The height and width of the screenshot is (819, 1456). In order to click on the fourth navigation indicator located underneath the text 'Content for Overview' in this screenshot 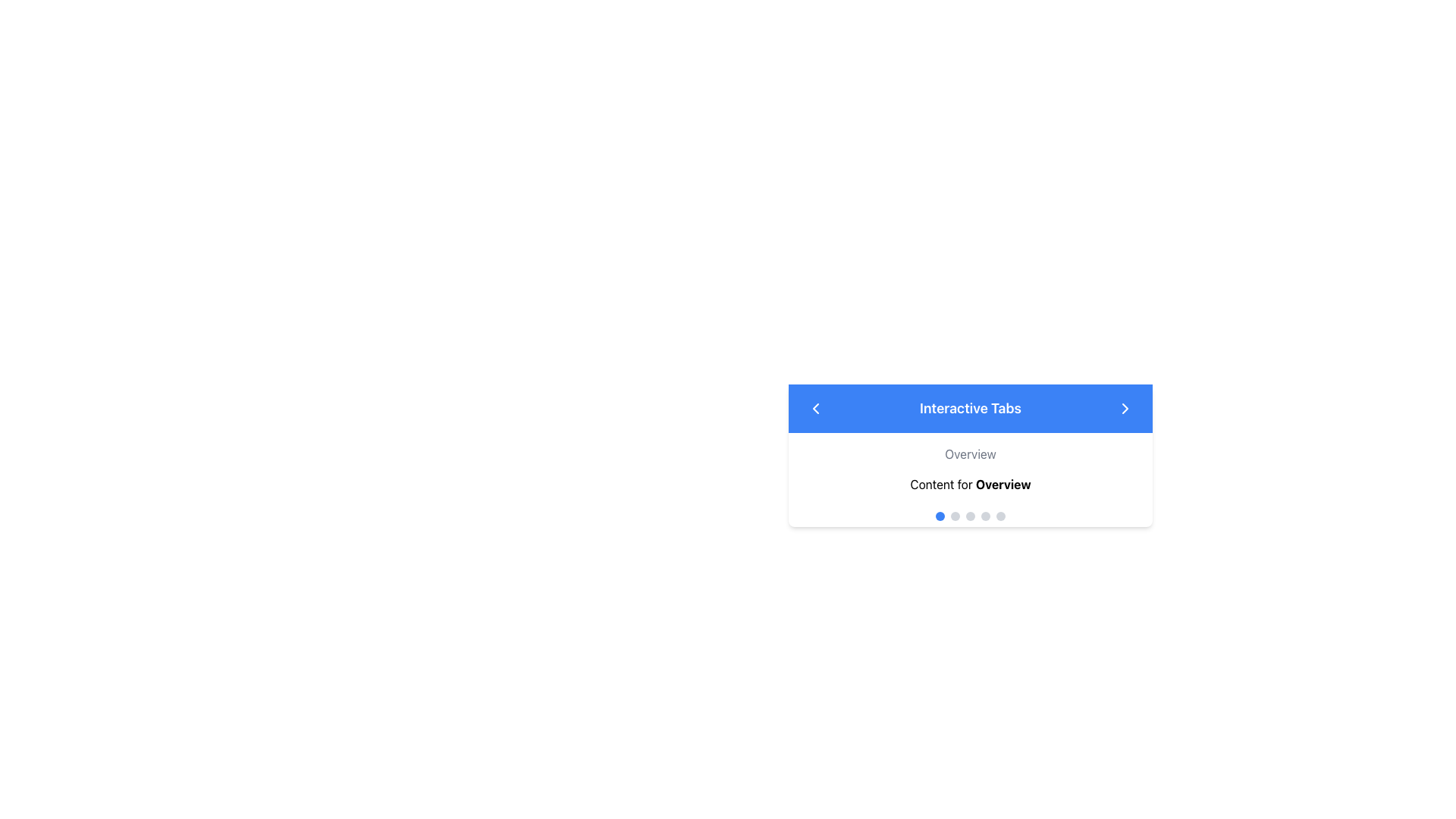, I will do `click(986, 516)`.